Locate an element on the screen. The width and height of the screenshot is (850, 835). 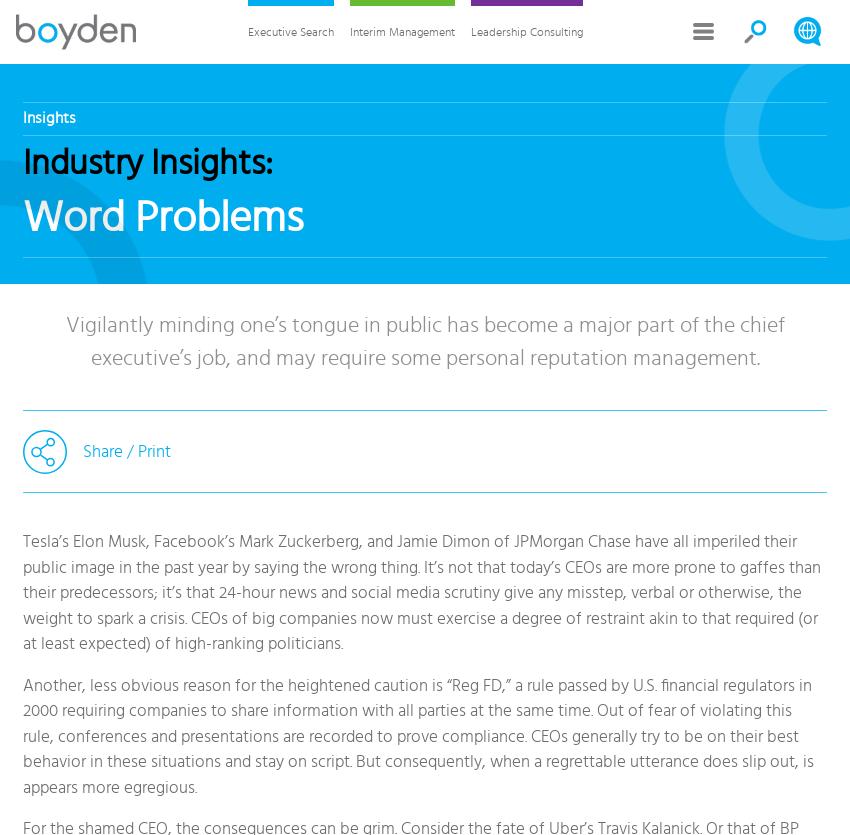
'Insights' is located at coordinates (49, 116).